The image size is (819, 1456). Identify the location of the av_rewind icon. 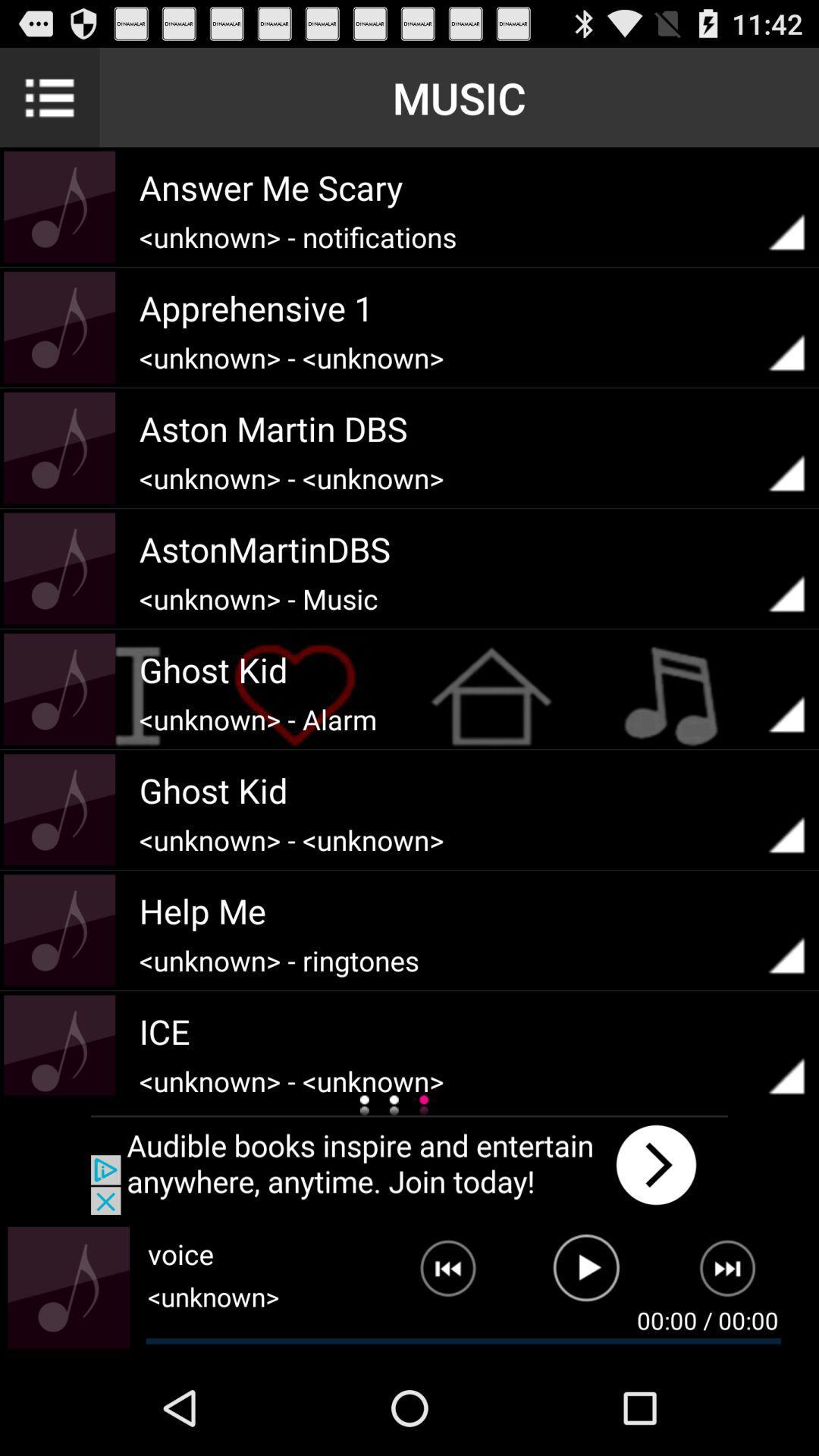
(436, 1364).